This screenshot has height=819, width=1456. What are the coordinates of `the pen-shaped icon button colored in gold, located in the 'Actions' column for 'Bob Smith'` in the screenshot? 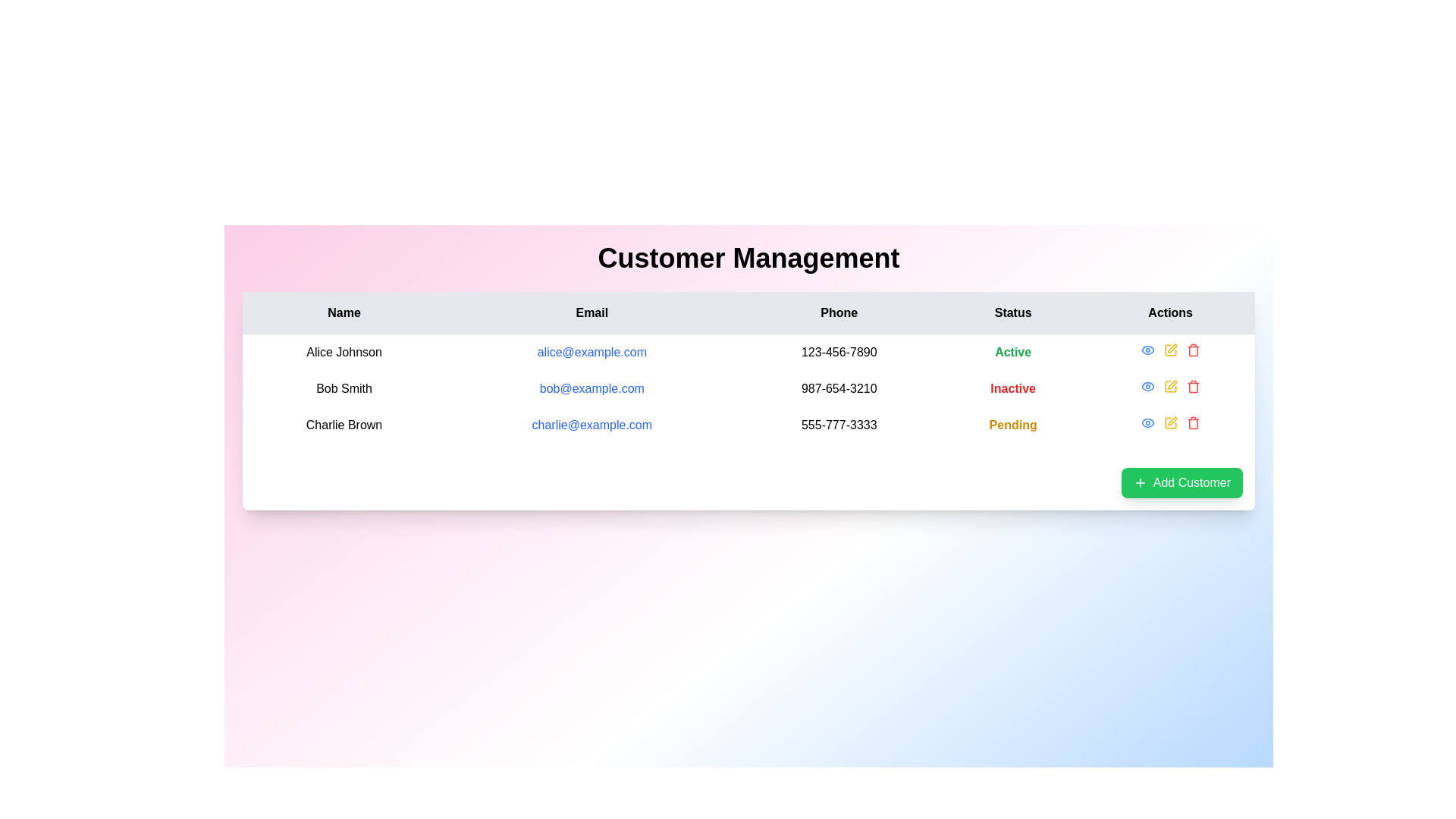 It's located at (1171, 348).